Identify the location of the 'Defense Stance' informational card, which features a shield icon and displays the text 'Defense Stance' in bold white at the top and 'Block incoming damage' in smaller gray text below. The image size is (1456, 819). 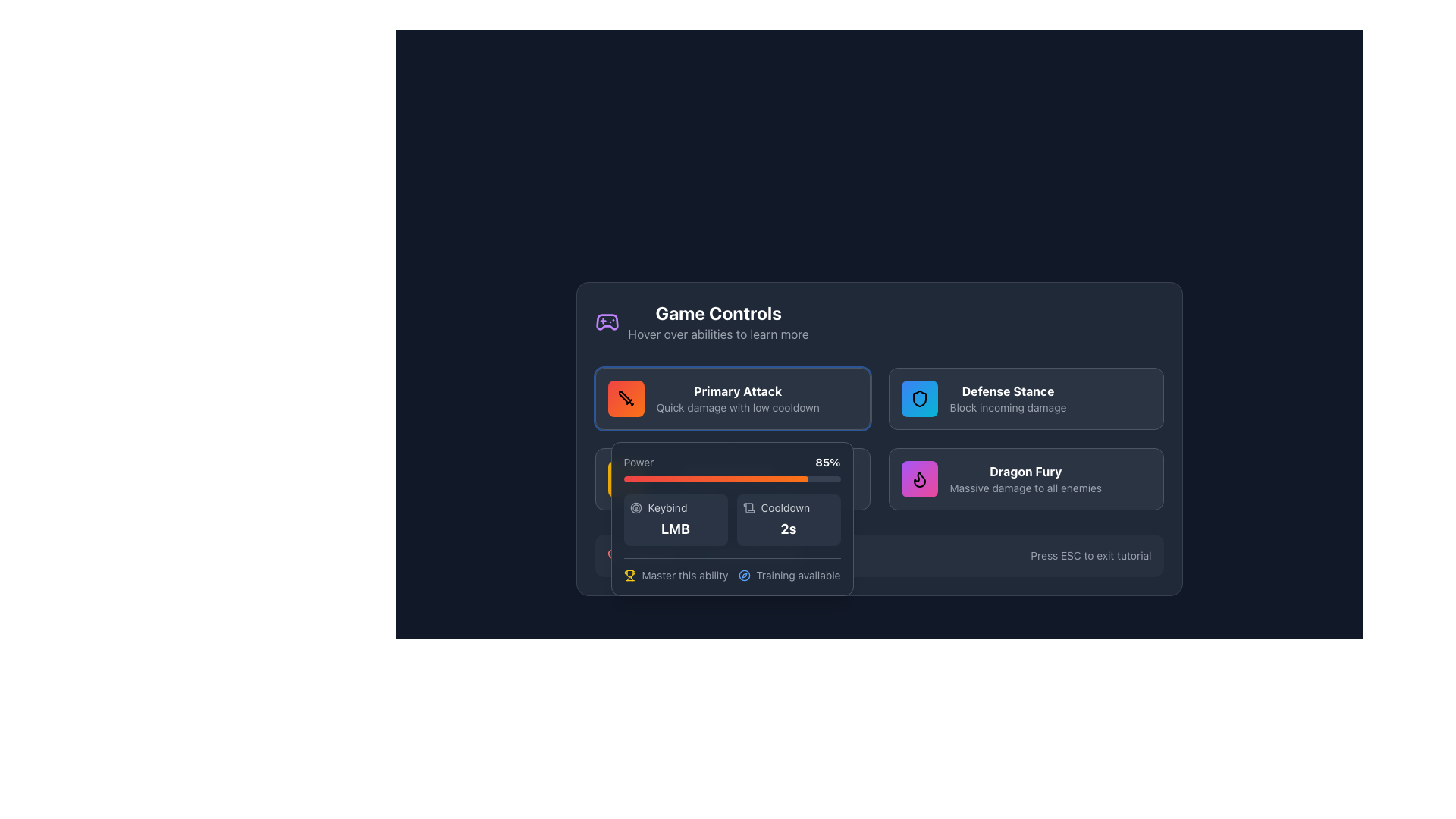
(1026, 397).